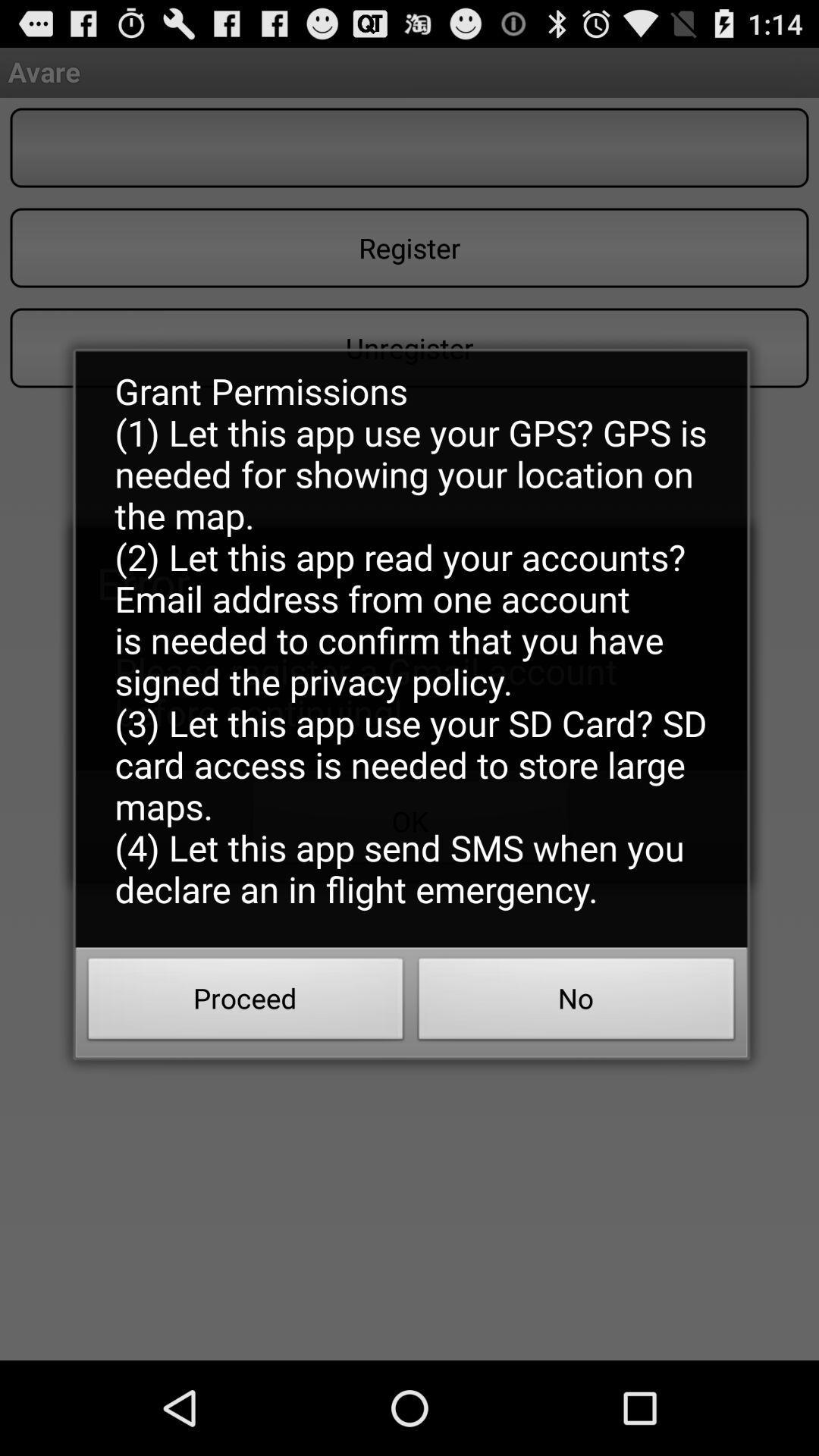 Image resolution: width=819 pixels, height=1456 pixels. I want to click on the icon to the right of the proceed item, so click(576, 1003).